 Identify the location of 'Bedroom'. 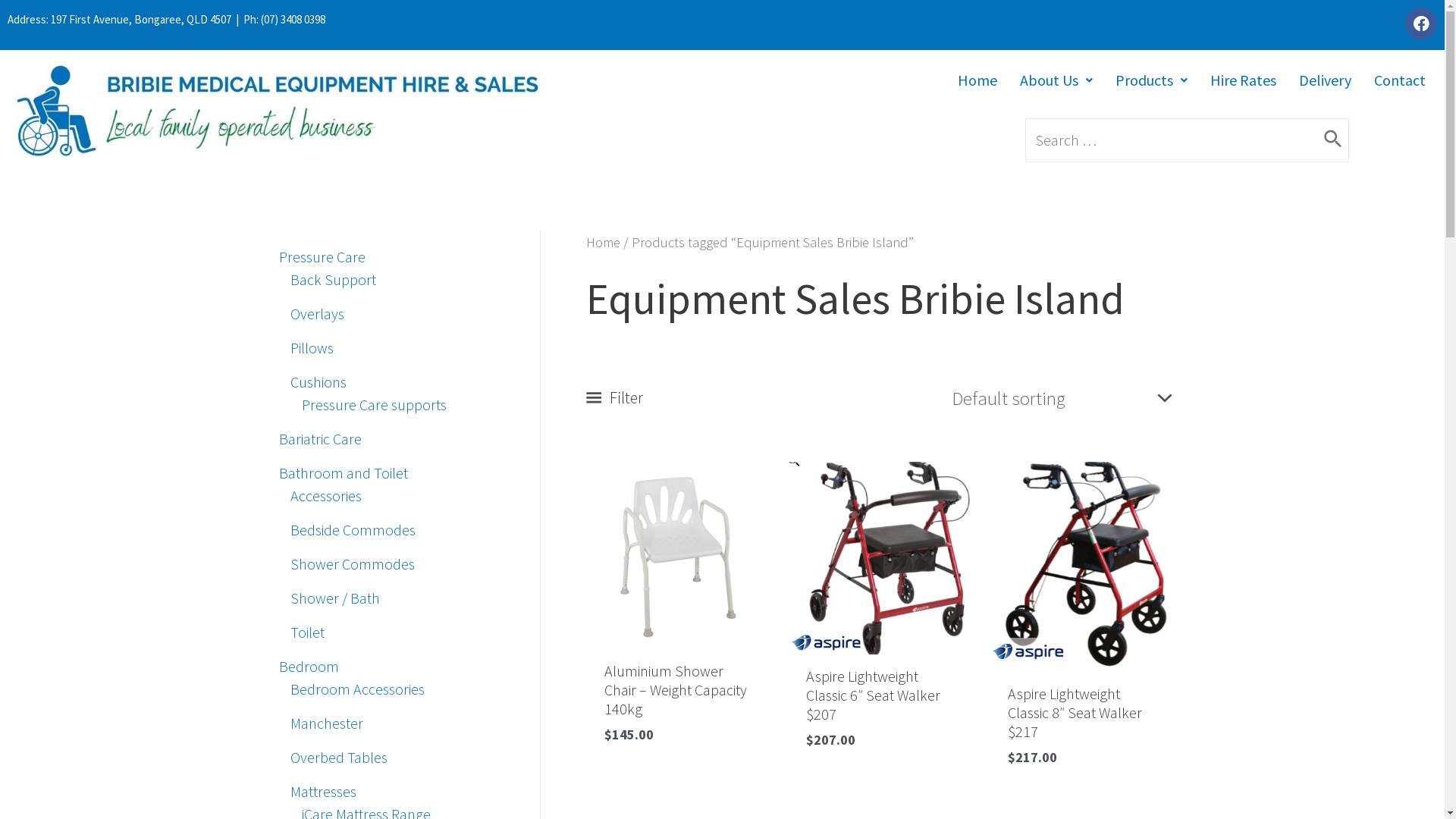
(308, 665).